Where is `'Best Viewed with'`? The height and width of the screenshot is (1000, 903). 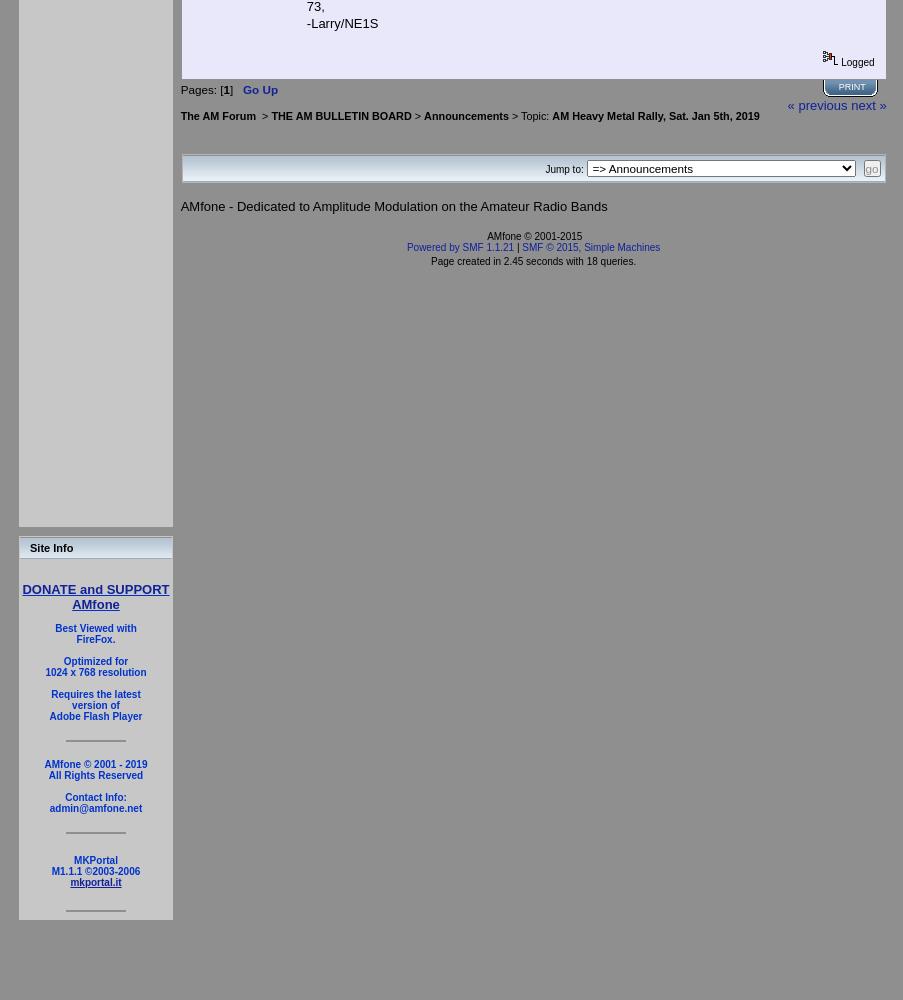
'Best Viewed with' is located at coordinates (95, 628).